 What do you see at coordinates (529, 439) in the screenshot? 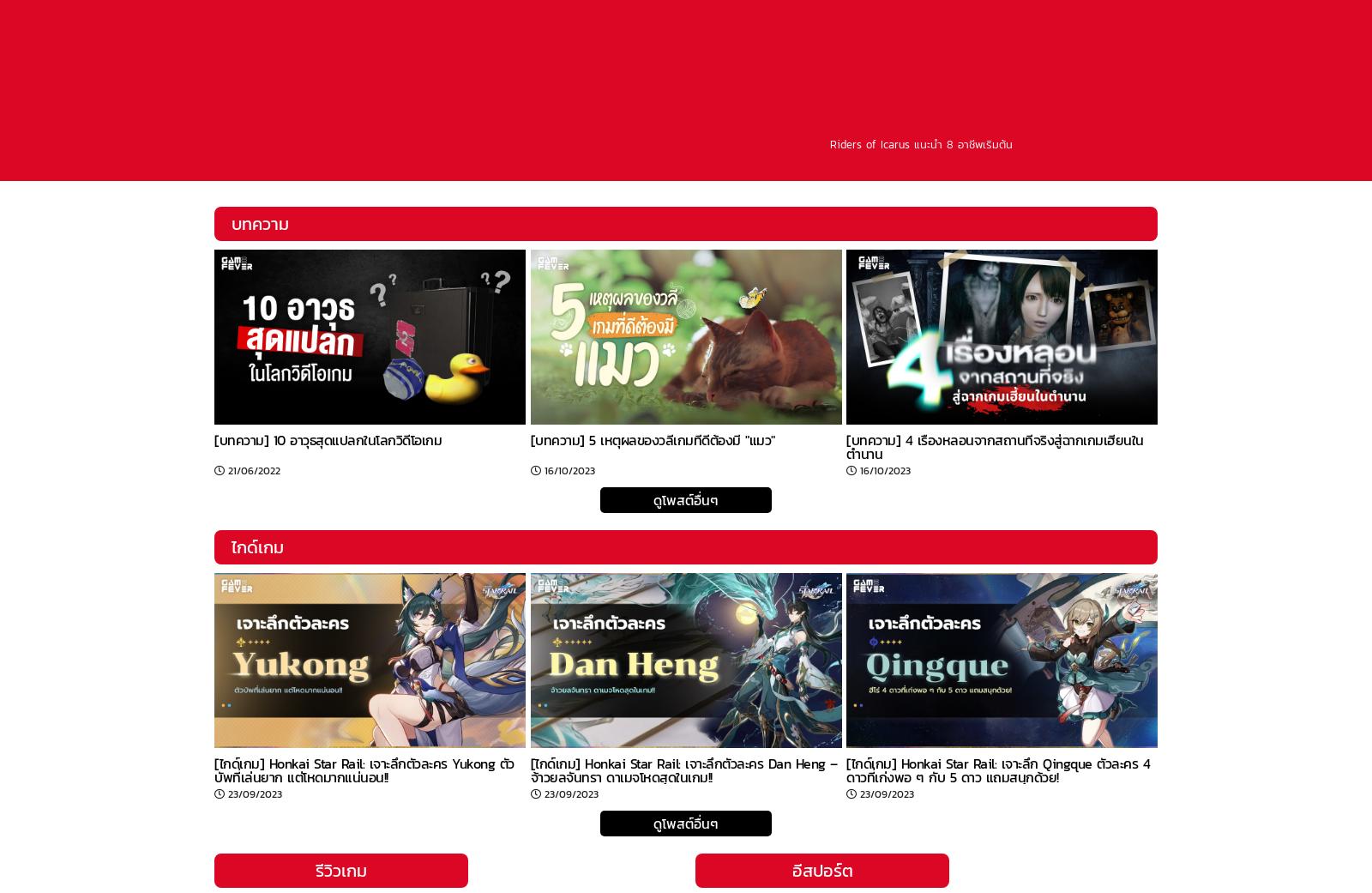
I see `'[บทความ] 5 เหตุผลของวลีเกมที่ดีต้องมี "แมว"'` at bounding box center [529, 439].